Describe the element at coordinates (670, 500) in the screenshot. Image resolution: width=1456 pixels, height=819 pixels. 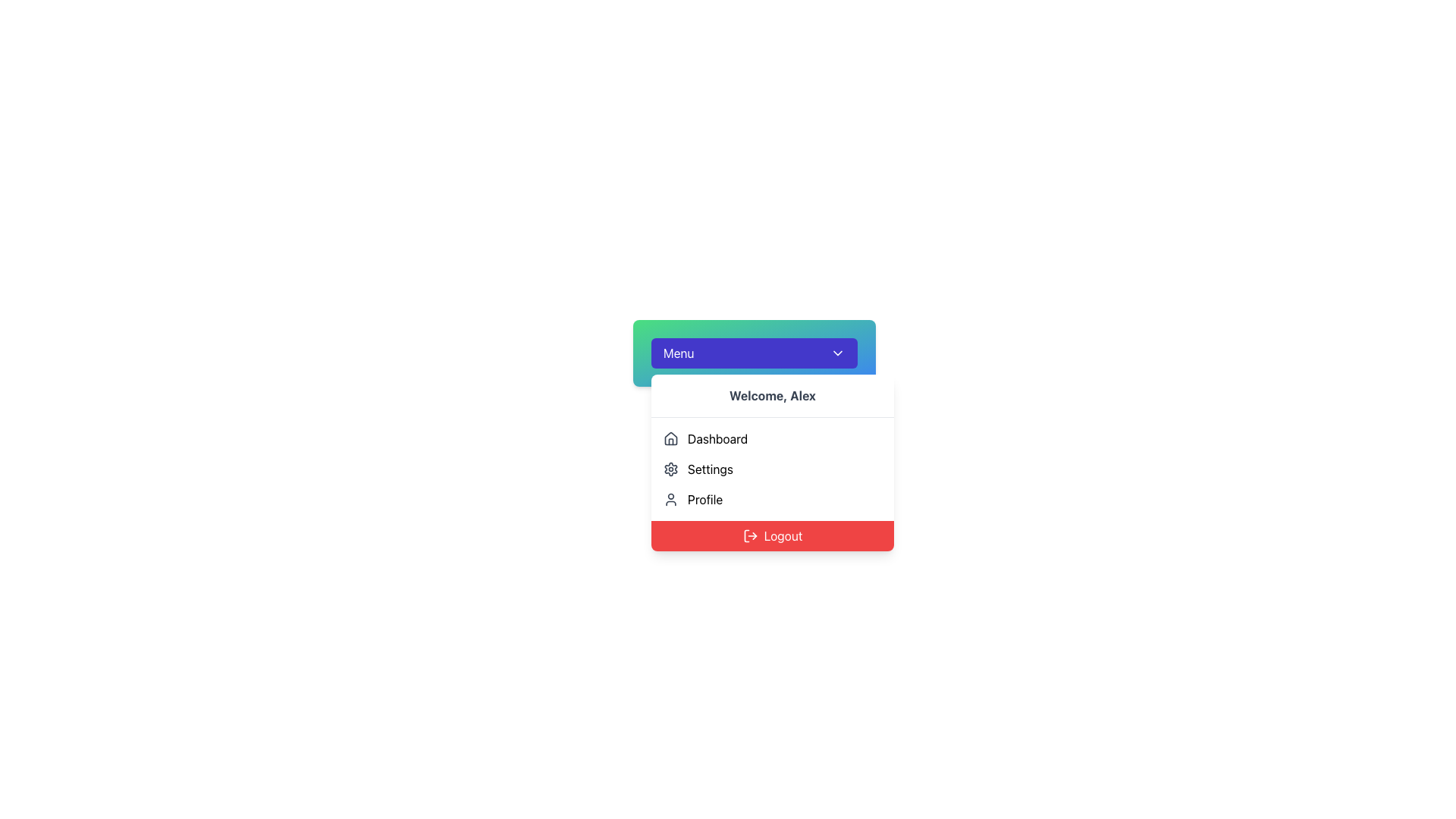
I see `the user silhouette SVG icon located to the left of the 'Profile' text in the dropdown menu` at that location.